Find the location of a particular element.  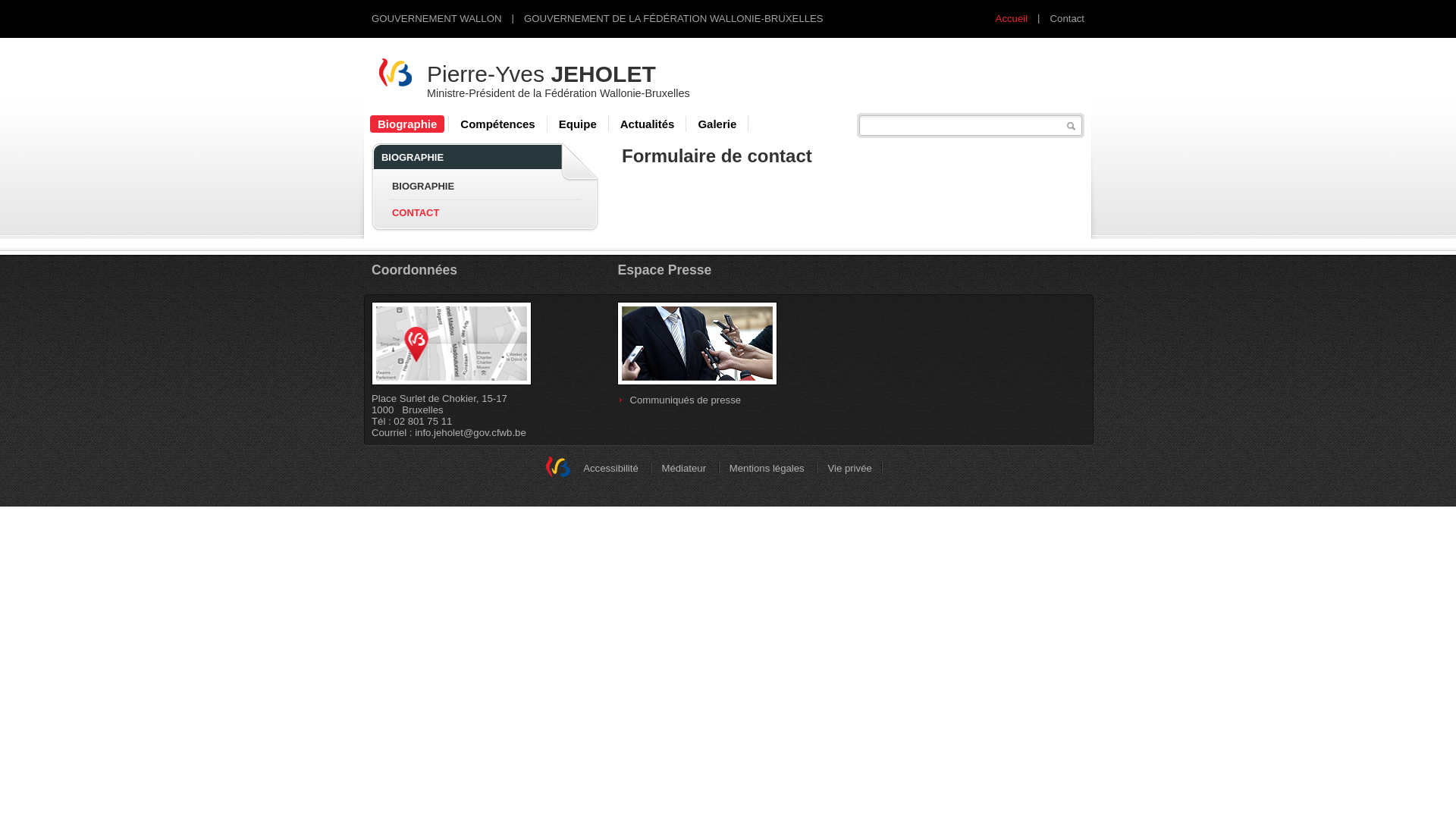

'CONTACT' is located at coordinates (415, 212).